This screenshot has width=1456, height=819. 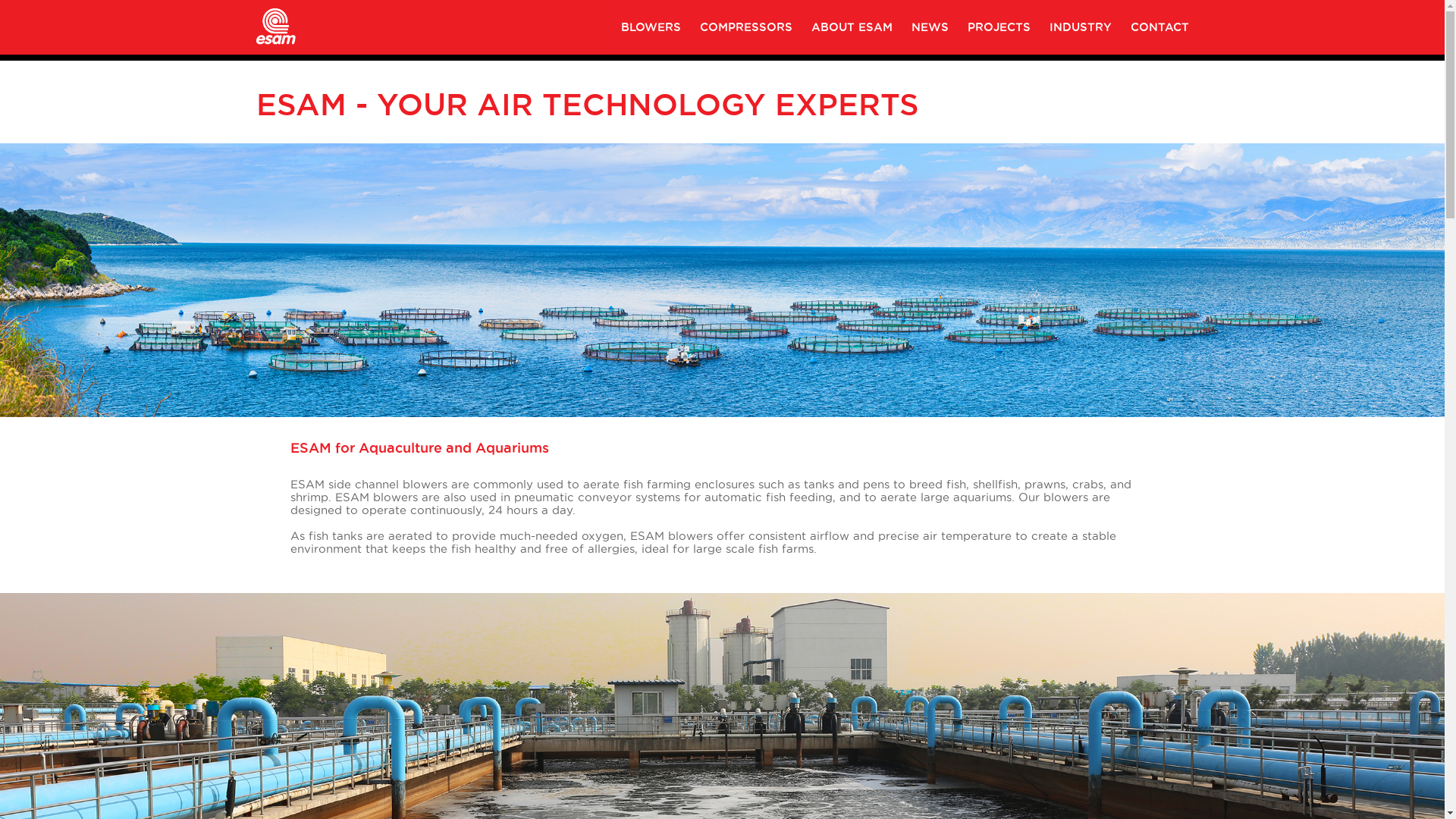 I want to click on 'ABOUT ESAM', so click(x=852, y=27).